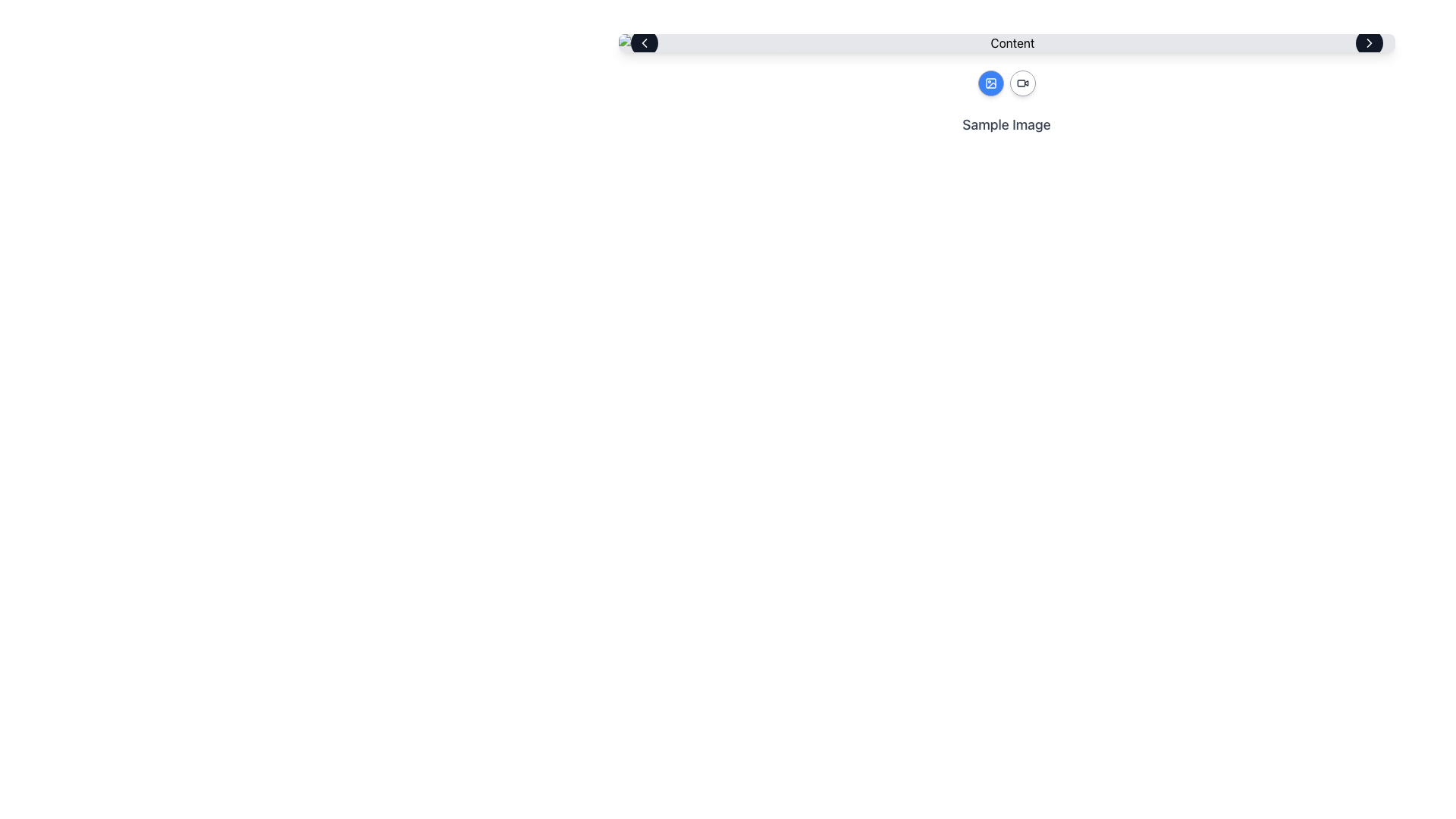 This screenshot has width=1456, height=819. What do you see at coordinates (1369, 42) in the screenshot?
I see `the chevron SVG icon within the circular button on the far right side of the horizontal bar` at bounding box center [1369, 42].